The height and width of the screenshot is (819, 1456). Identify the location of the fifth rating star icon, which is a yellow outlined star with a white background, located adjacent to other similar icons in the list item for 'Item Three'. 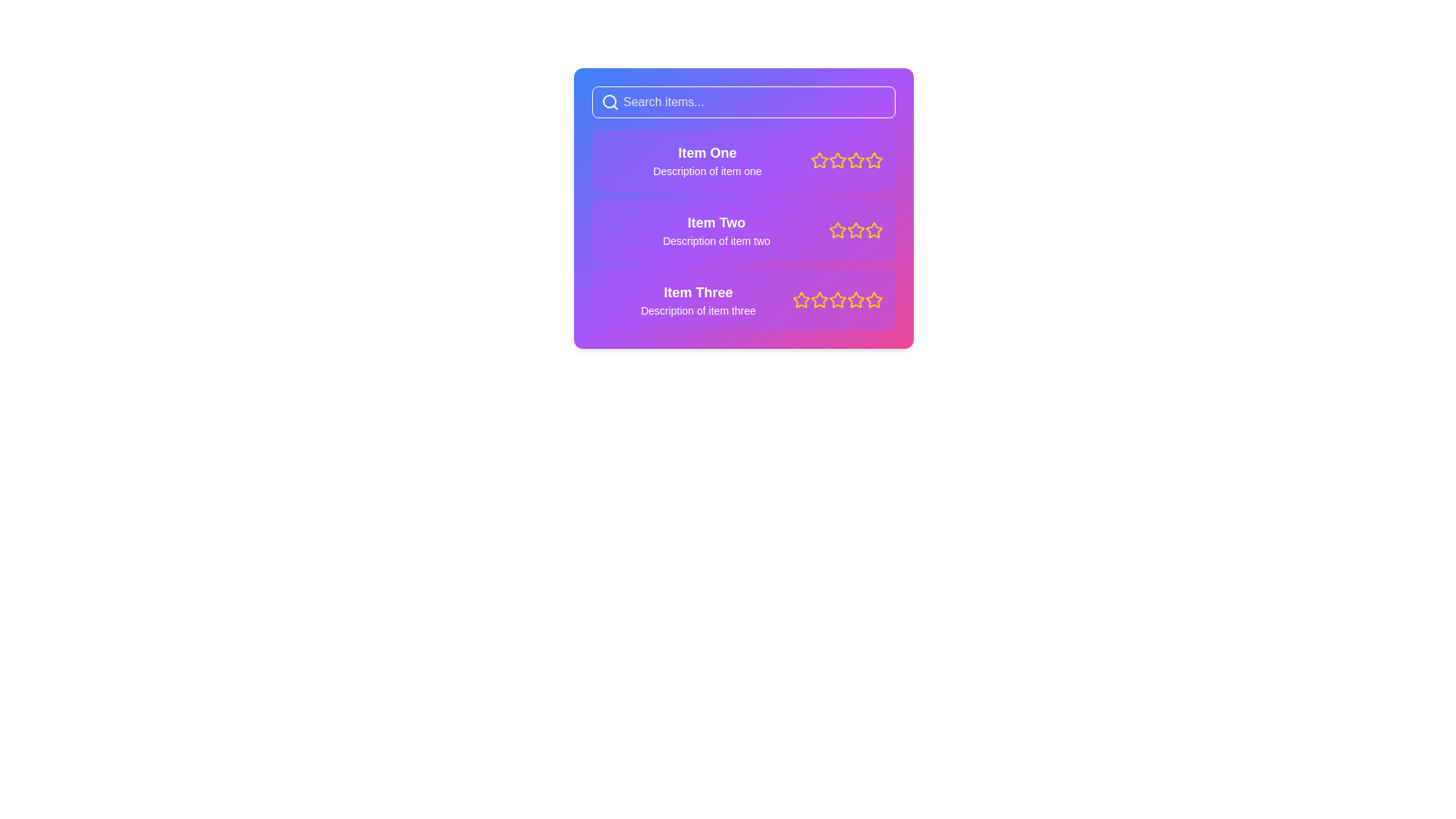
(874, 300).